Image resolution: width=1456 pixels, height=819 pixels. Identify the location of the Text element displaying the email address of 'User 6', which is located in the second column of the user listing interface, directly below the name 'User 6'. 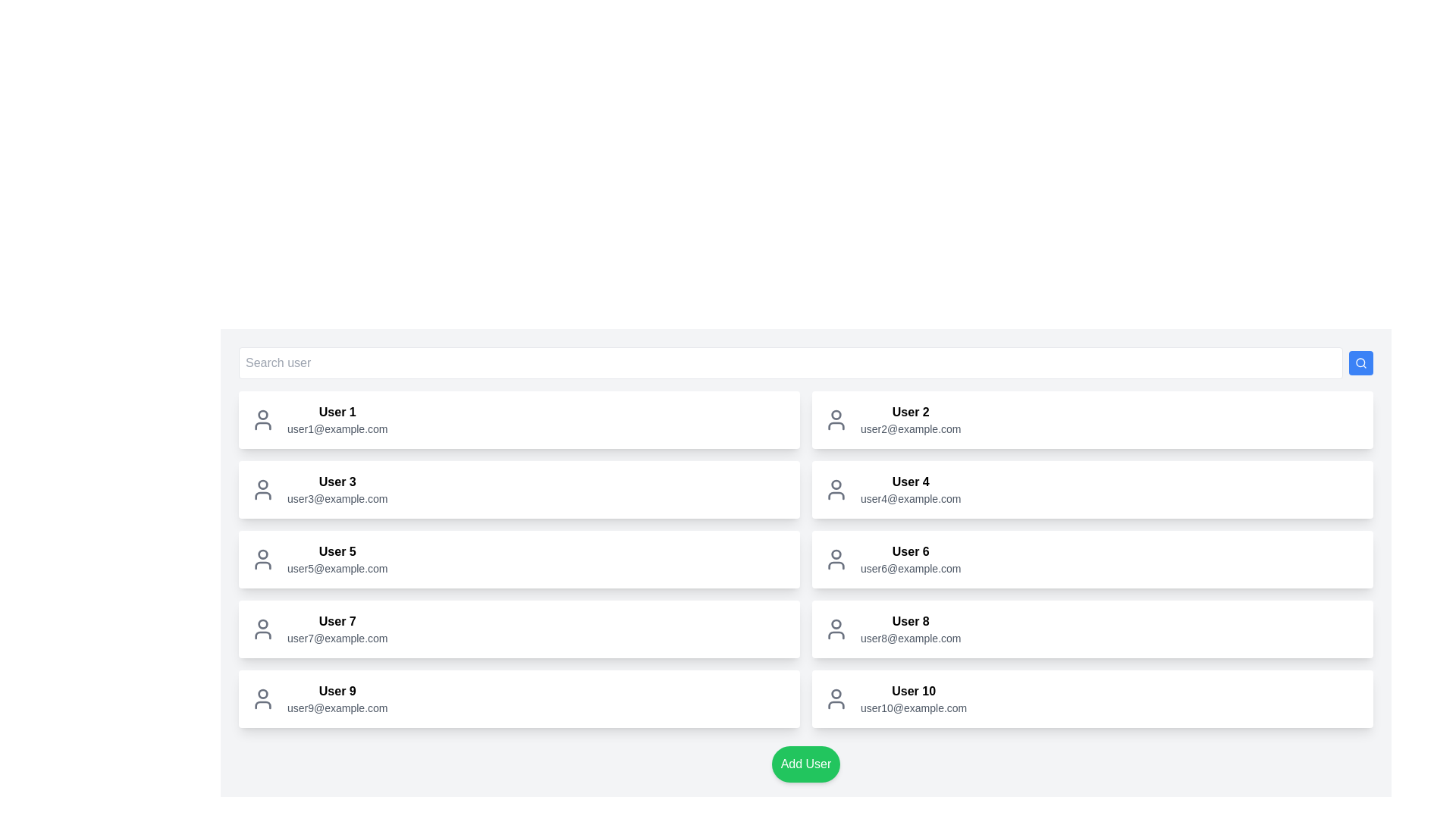
(910, 568).